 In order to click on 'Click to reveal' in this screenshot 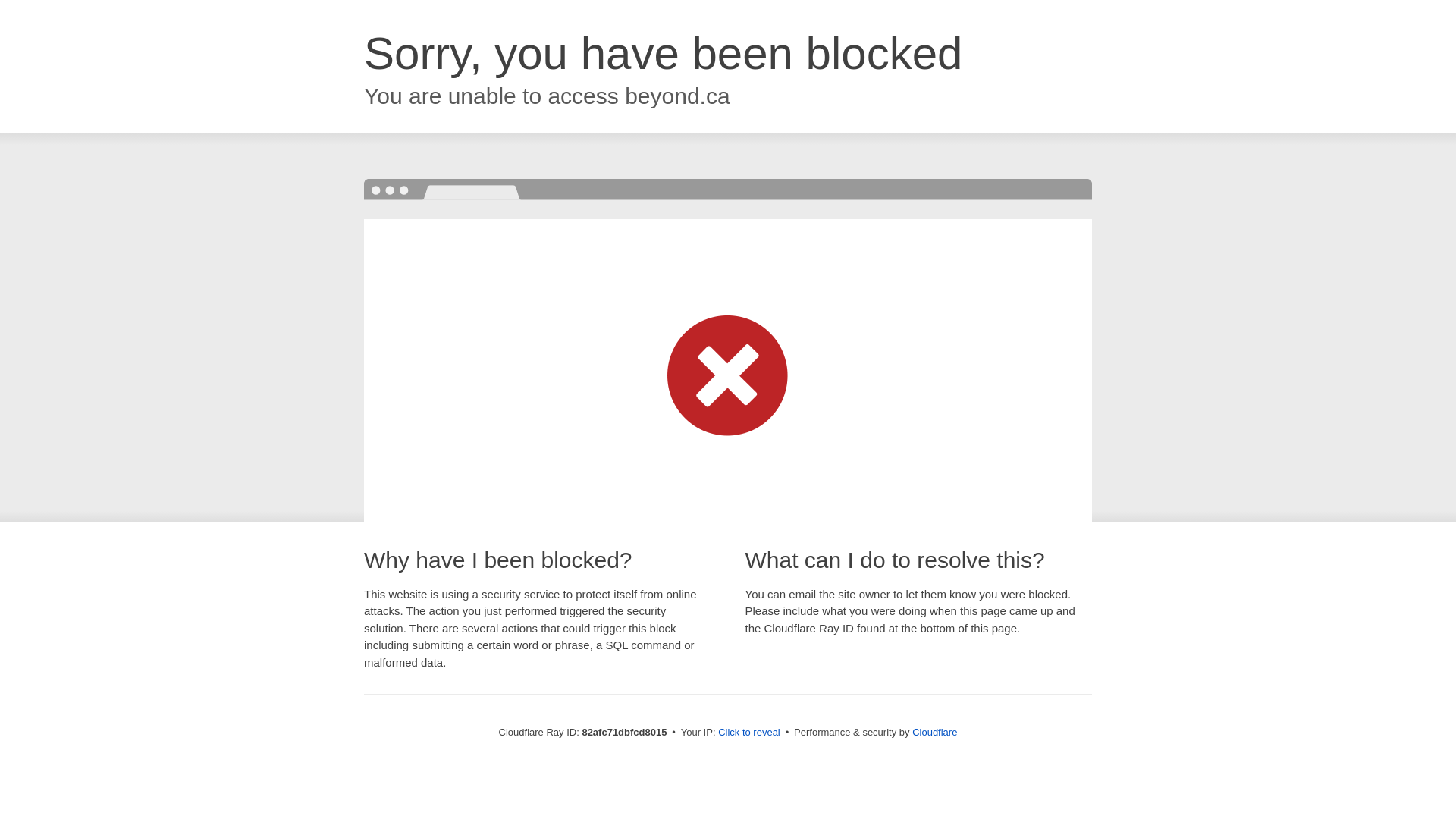, I will do `click(749, 731)`.